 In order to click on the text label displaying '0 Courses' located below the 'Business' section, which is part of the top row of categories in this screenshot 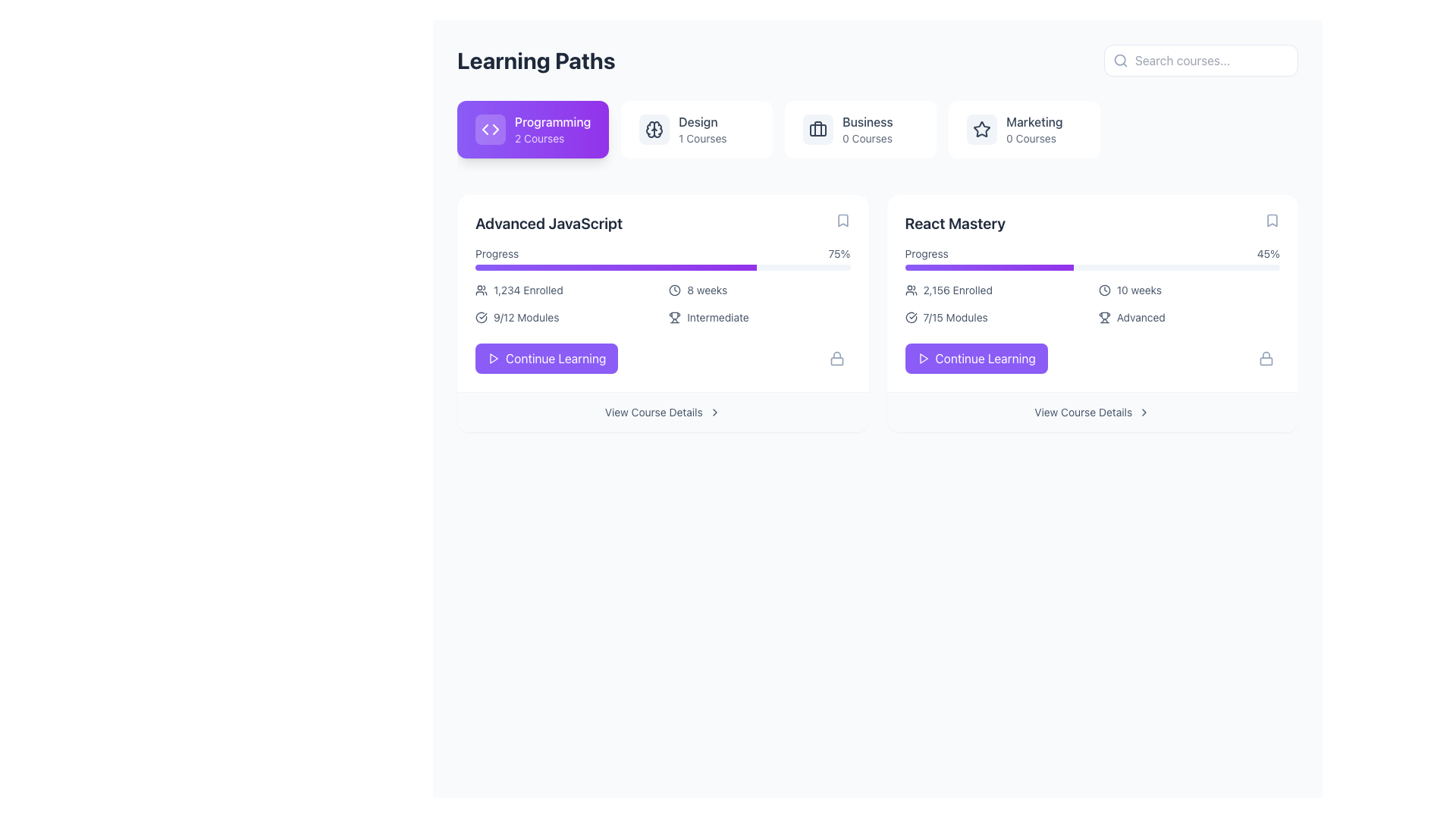, I will do `click(868, 138)`.